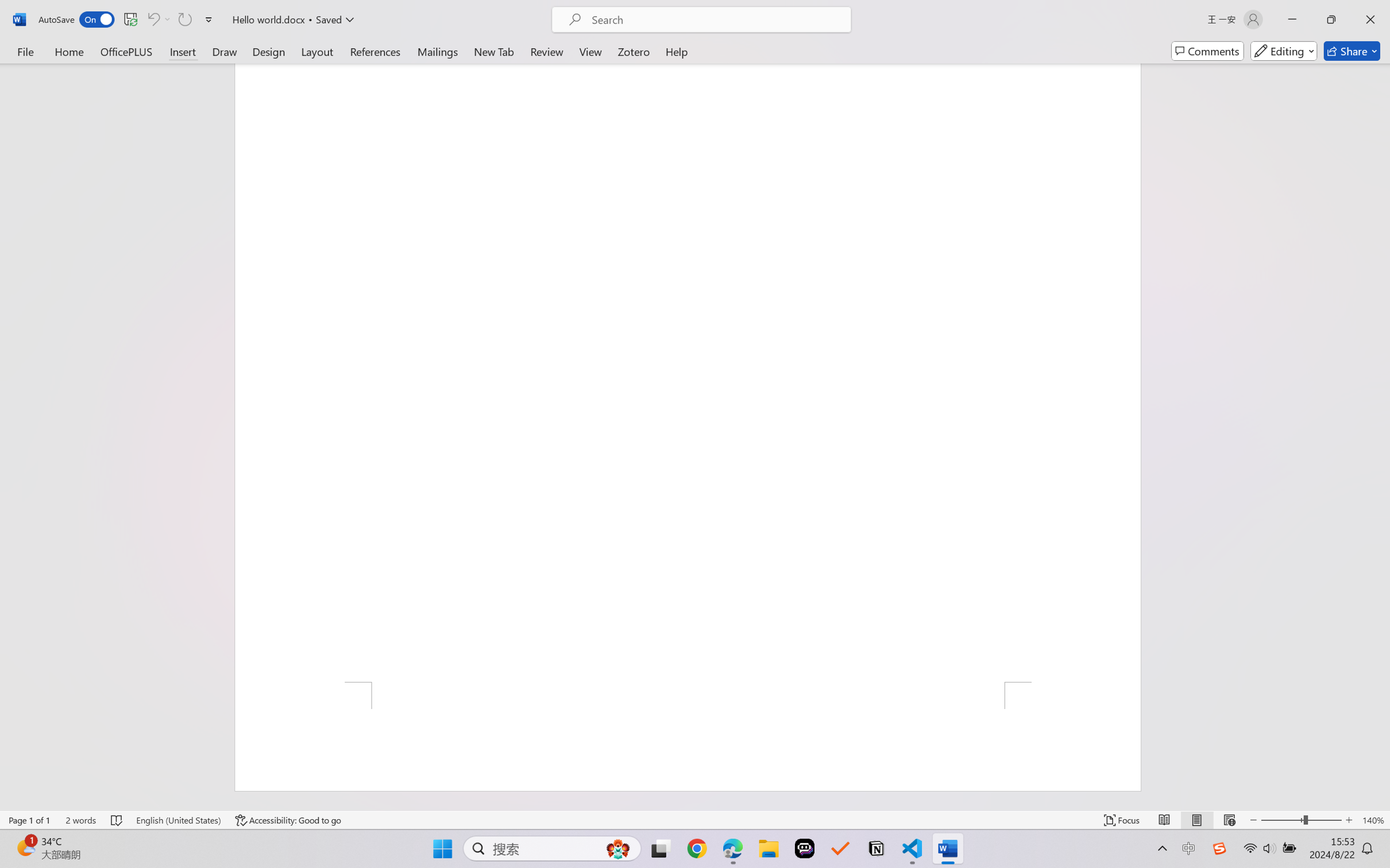 The image size is (1390, 868). I want to click on 'Restore Down', so click(1331, 19).